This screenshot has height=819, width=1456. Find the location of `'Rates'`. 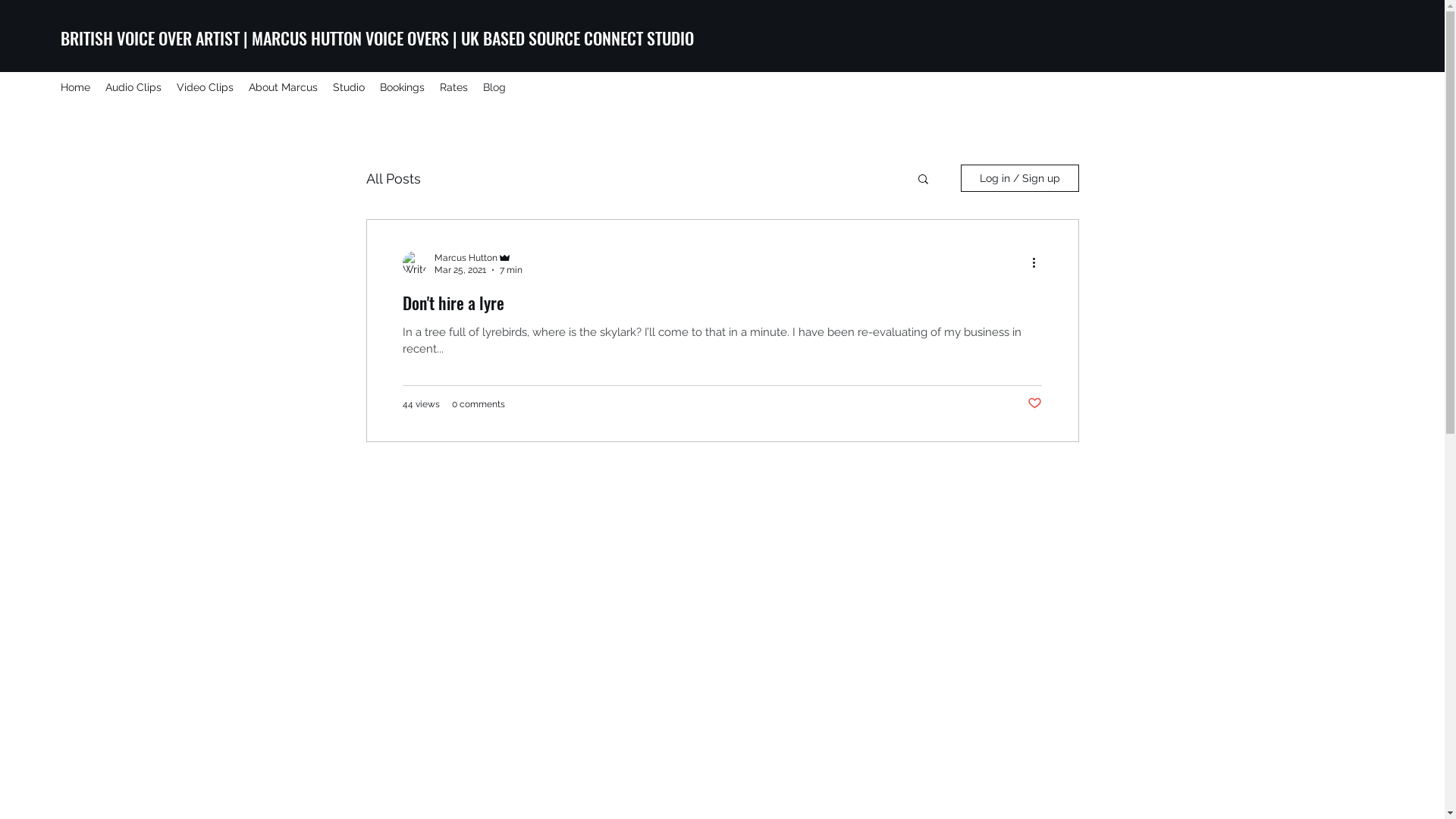

'Rates' is located at coordinates (453, 87).